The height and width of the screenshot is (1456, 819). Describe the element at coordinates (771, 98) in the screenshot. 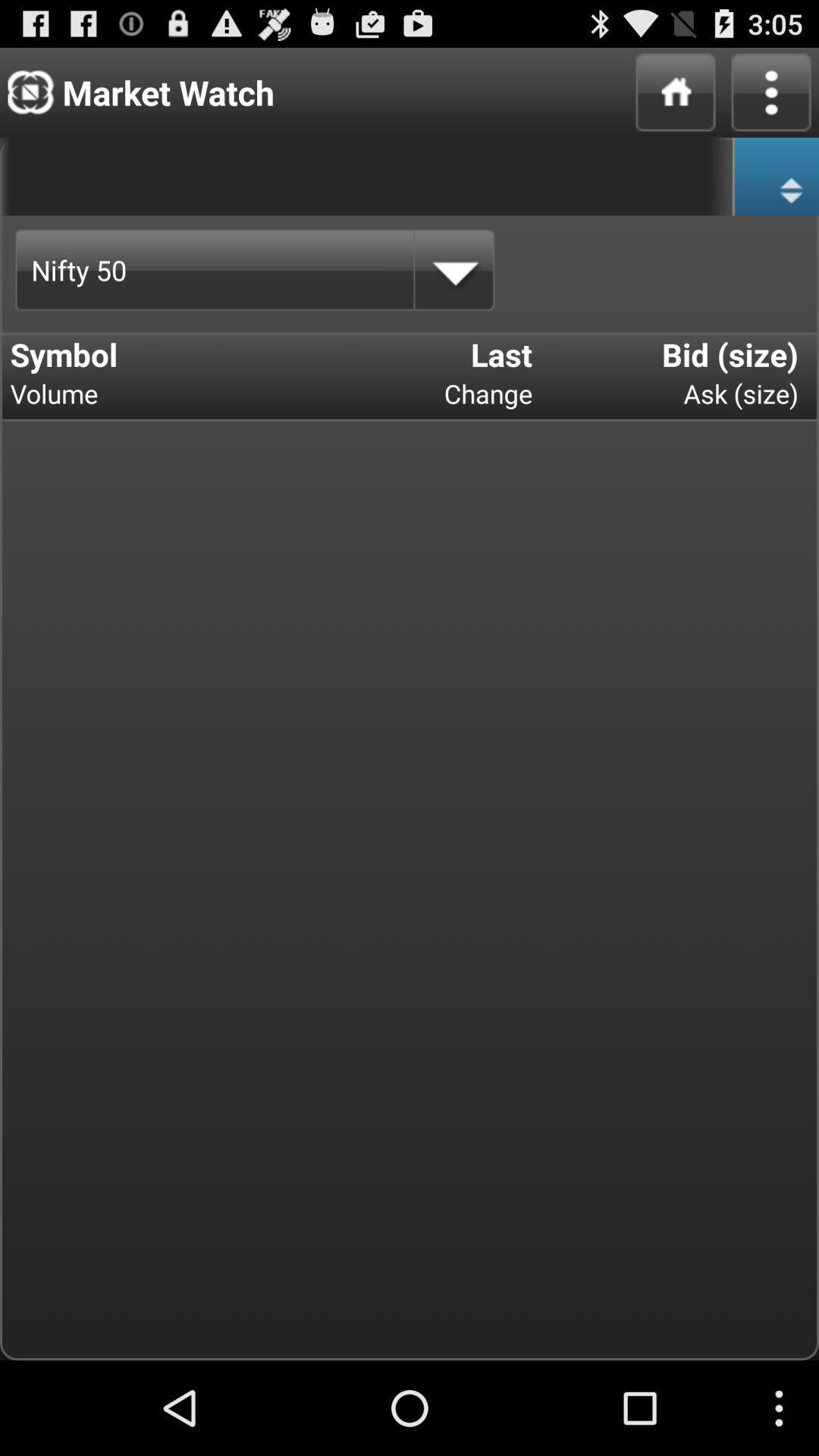

I see `the more icon` at that location.